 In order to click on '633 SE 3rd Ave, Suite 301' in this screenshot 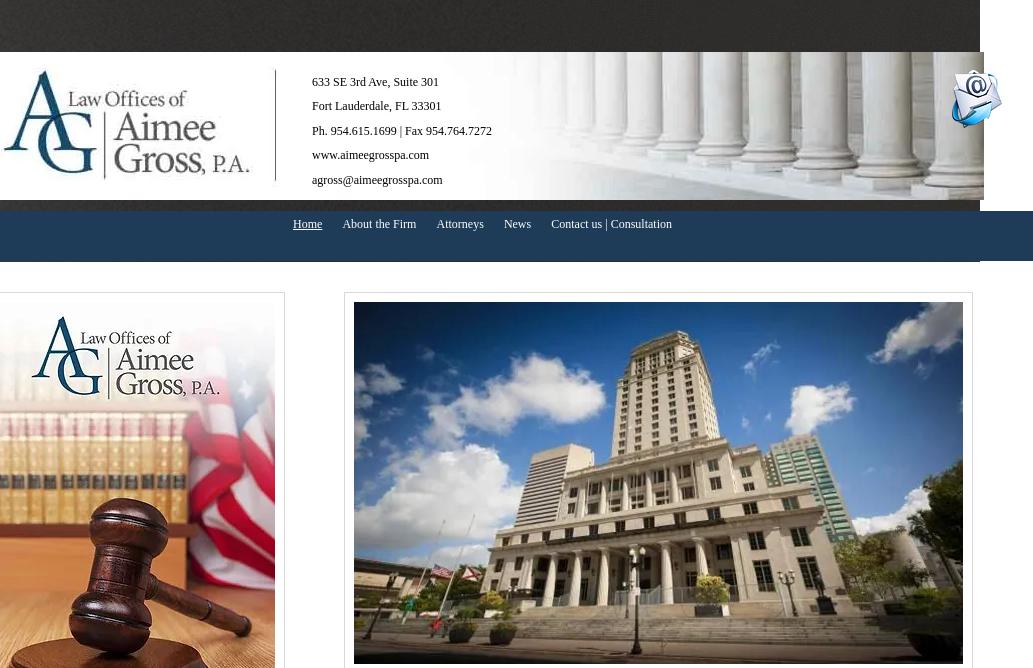, I will do `click(375, 82)`.